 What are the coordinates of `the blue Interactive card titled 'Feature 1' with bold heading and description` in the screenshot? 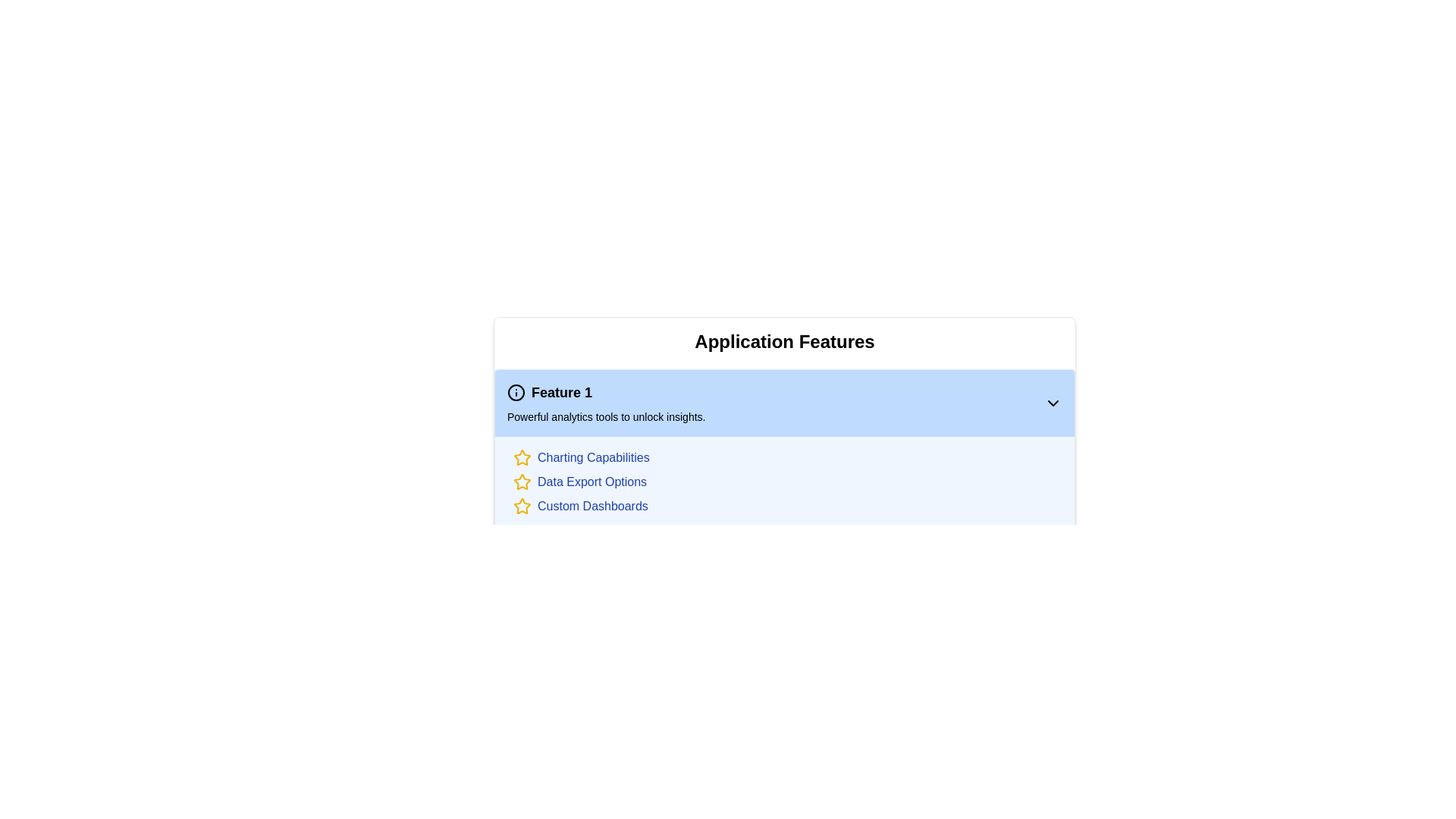 It's located at (785, 403).